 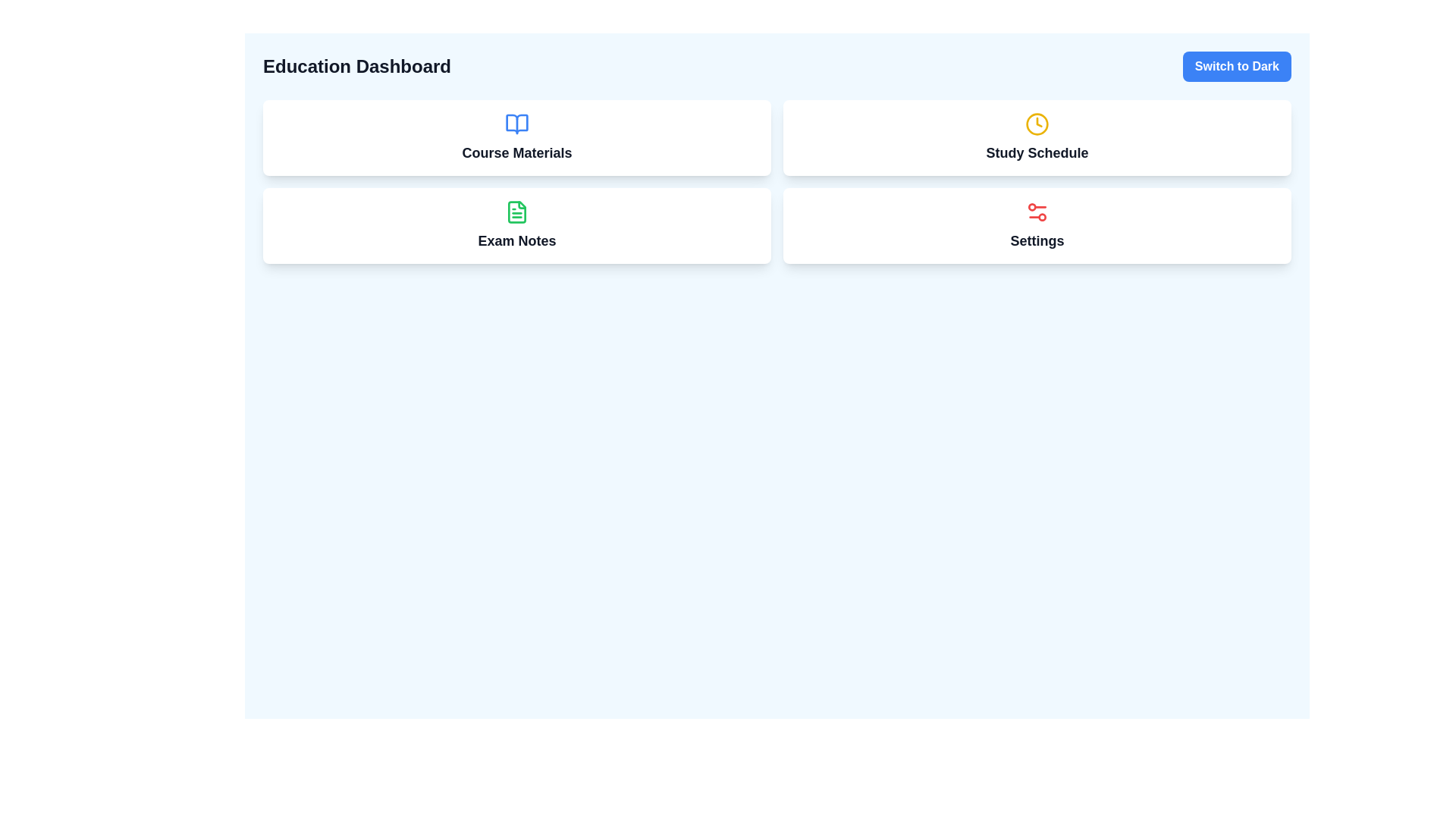 What do you see at coordinates (1037, 124) in the screenshot?
I see `the yellow clock icon located at the top-center of the 'Study Schedule' panel, aligned with its title text` at bounding box center [1037, 124].